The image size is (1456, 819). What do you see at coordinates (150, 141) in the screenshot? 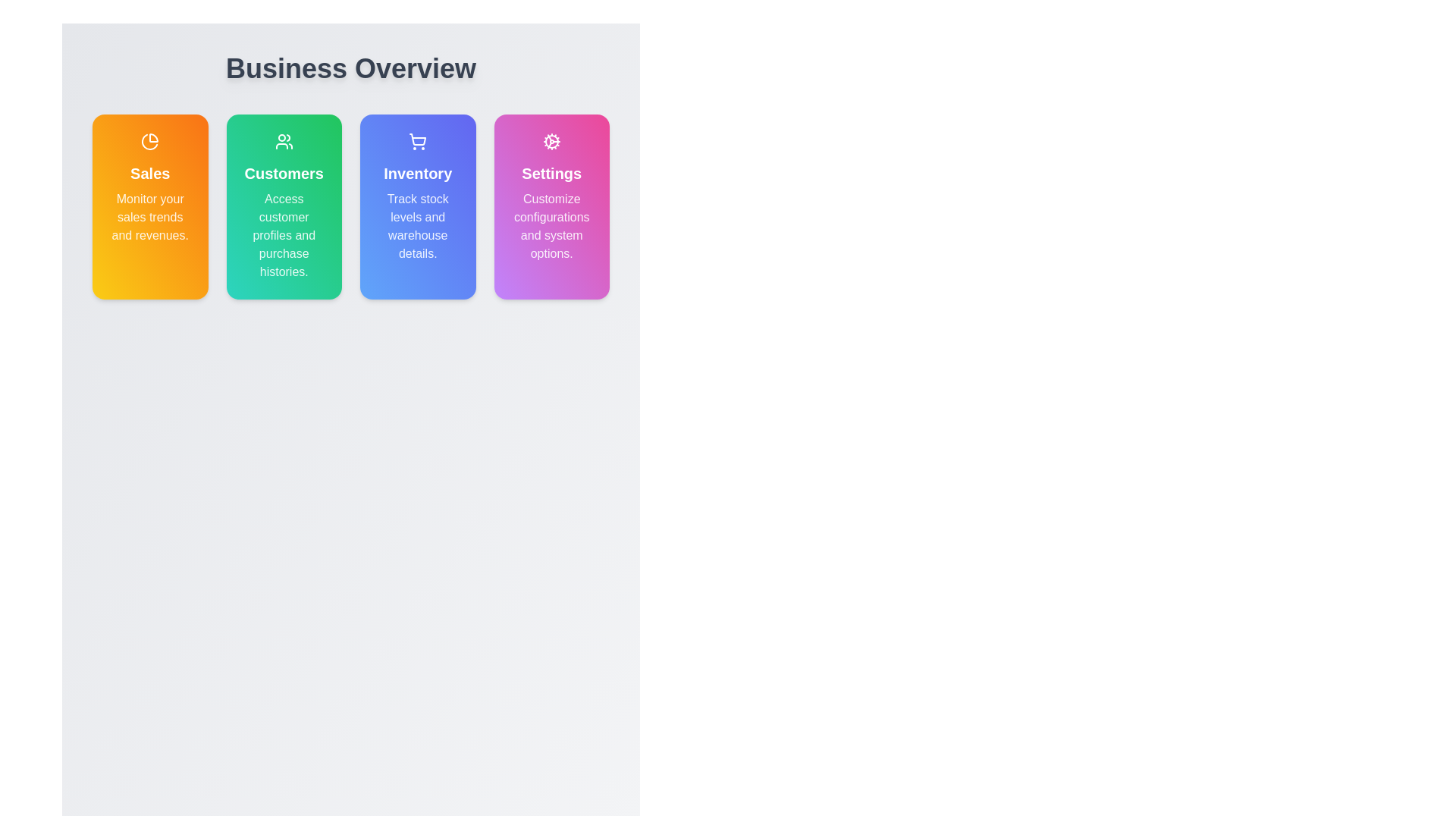
I see `the central icon representing the 'Sales' category located in the top section of the orange rectangular block labeled 'Sales'` at bounding box center [150, 141].